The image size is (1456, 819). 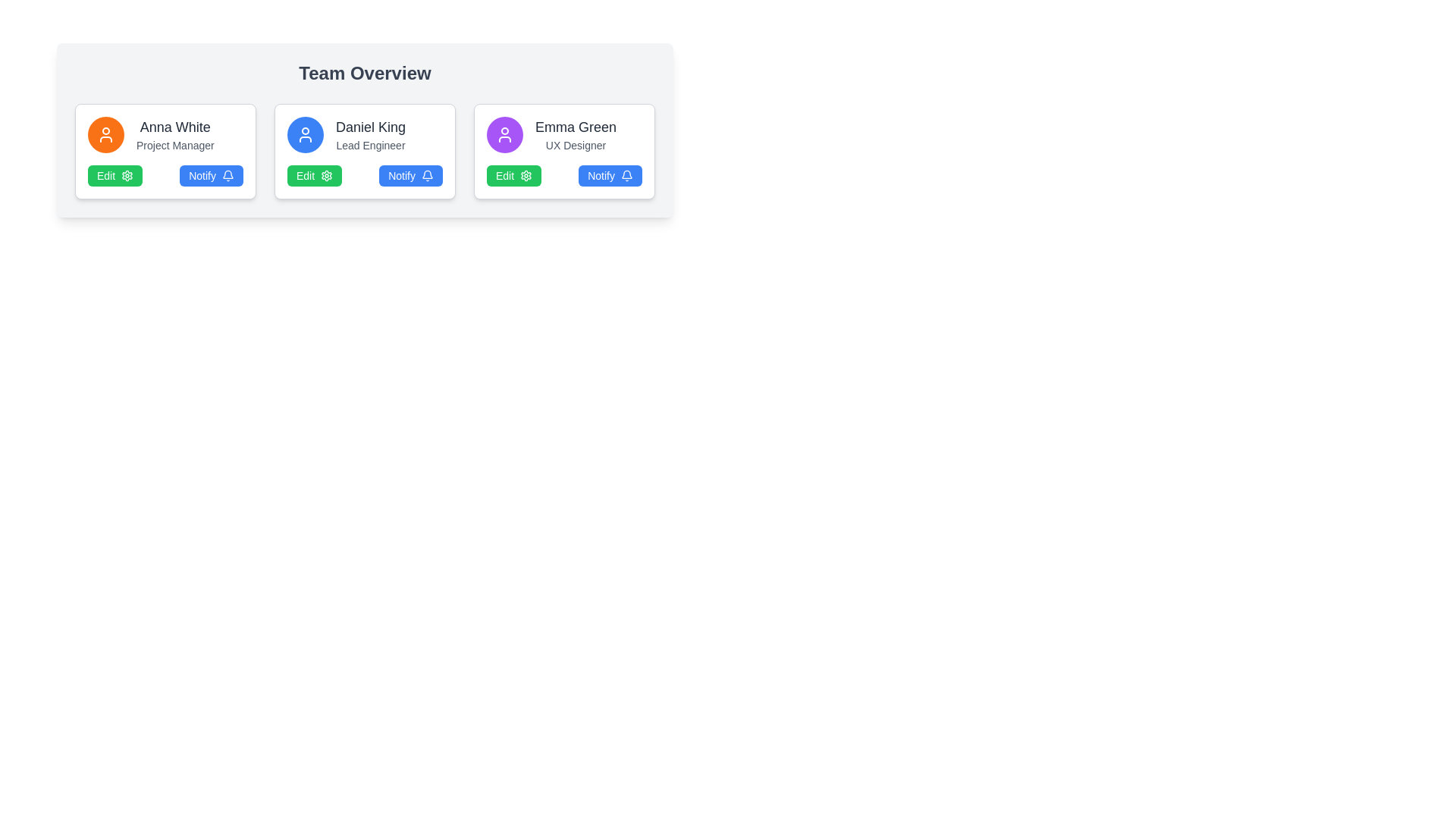 What do you see at coordinates (505, 133) in the screenshot?
I see `the SVG user icon representing Emma Green, which is depicted as a rounded profile head and shoulders in white, set against a circular purple background` at bounding box center [505, 133].